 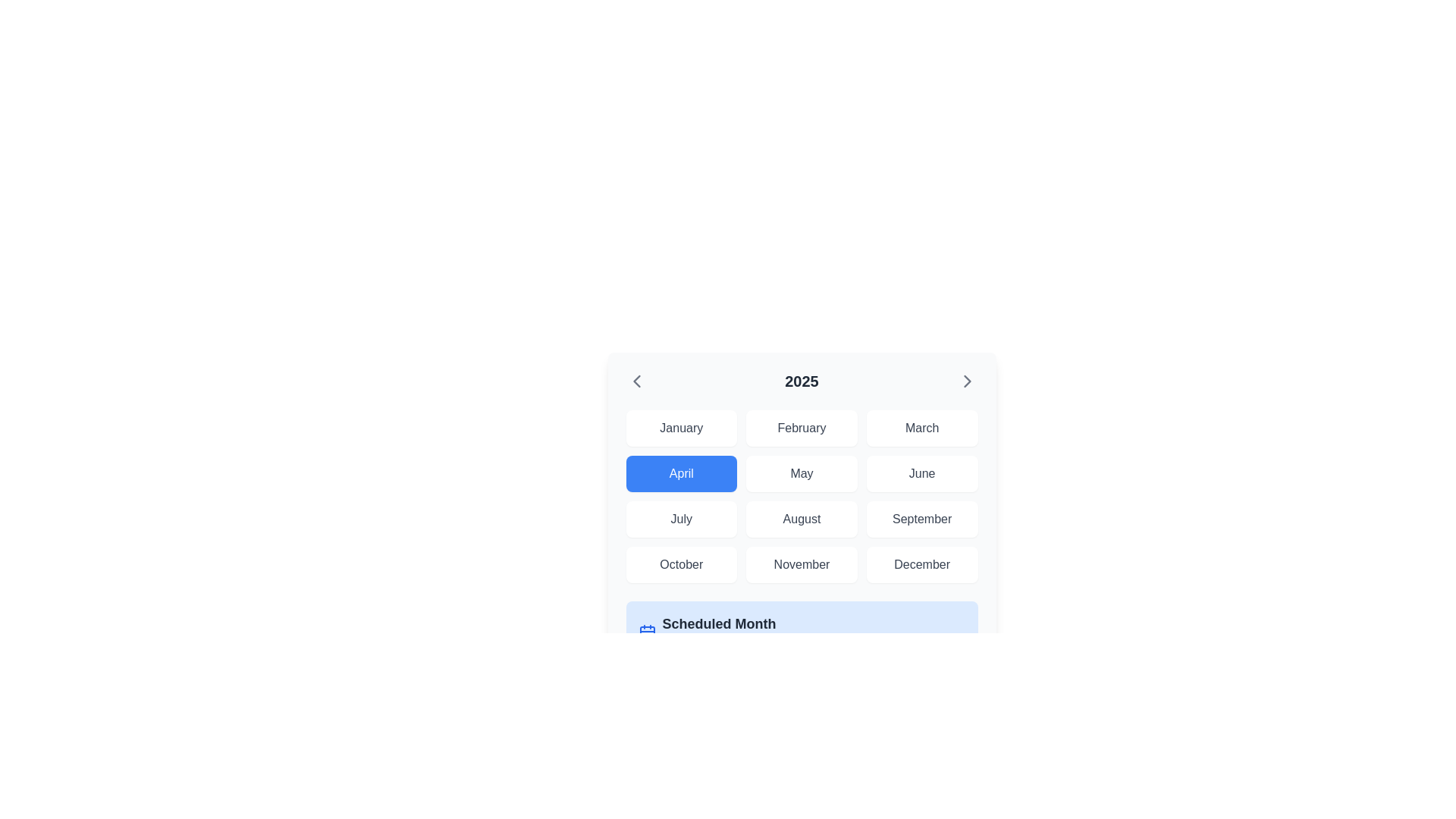 I want to click on the forward navigation button located to the right of the year '2025', so click(x=966, y=380).